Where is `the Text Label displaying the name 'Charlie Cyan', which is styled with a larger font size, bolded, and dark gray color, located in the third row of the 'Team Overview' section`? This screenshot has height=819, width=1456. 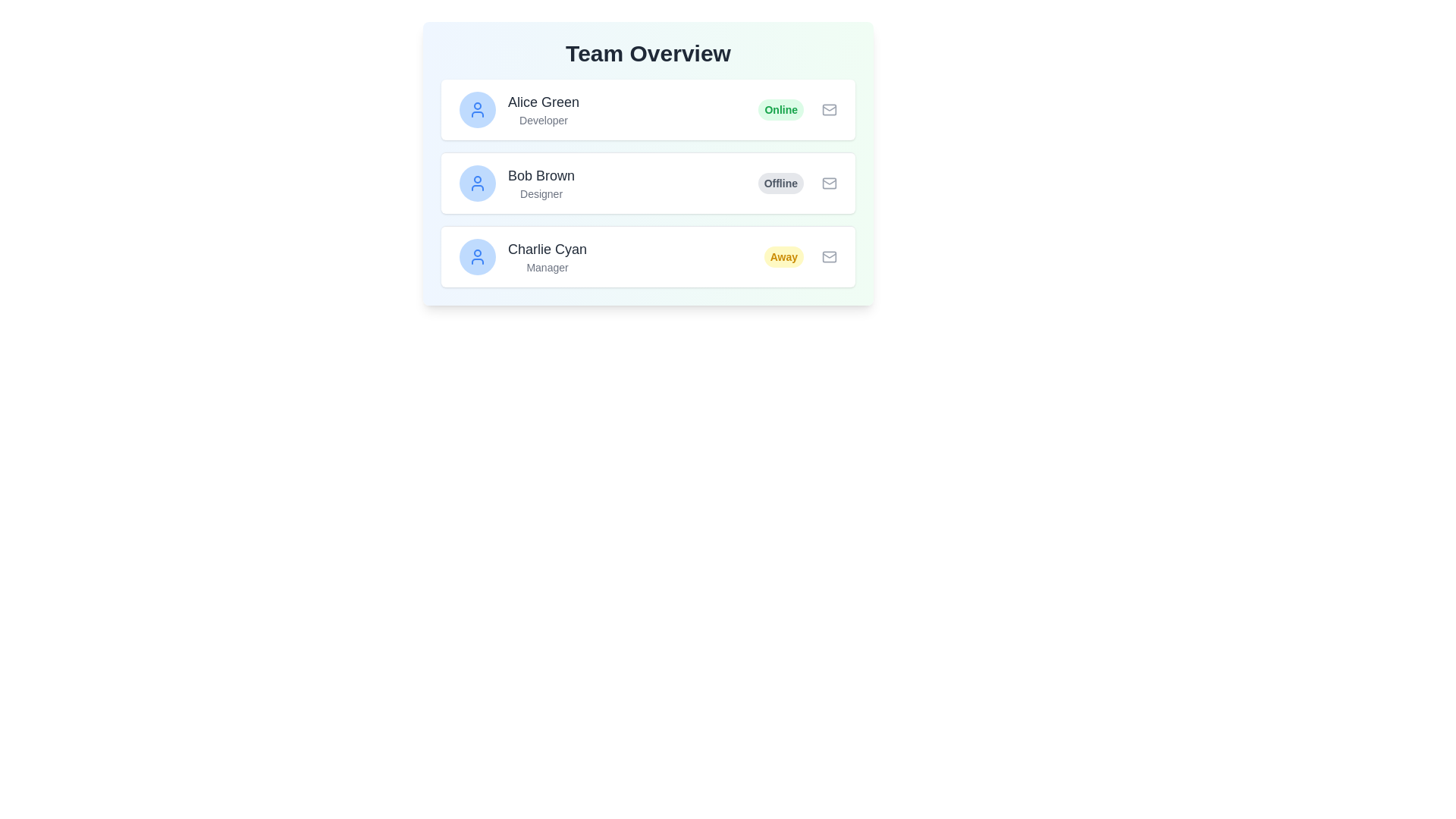 the Text Label displaying the name 'Charlie Cyan', which is styled with a larger font size, bolded, and dark gray color, located in the third row of the 'Team Overview' section is located at coordinates (547, 248).